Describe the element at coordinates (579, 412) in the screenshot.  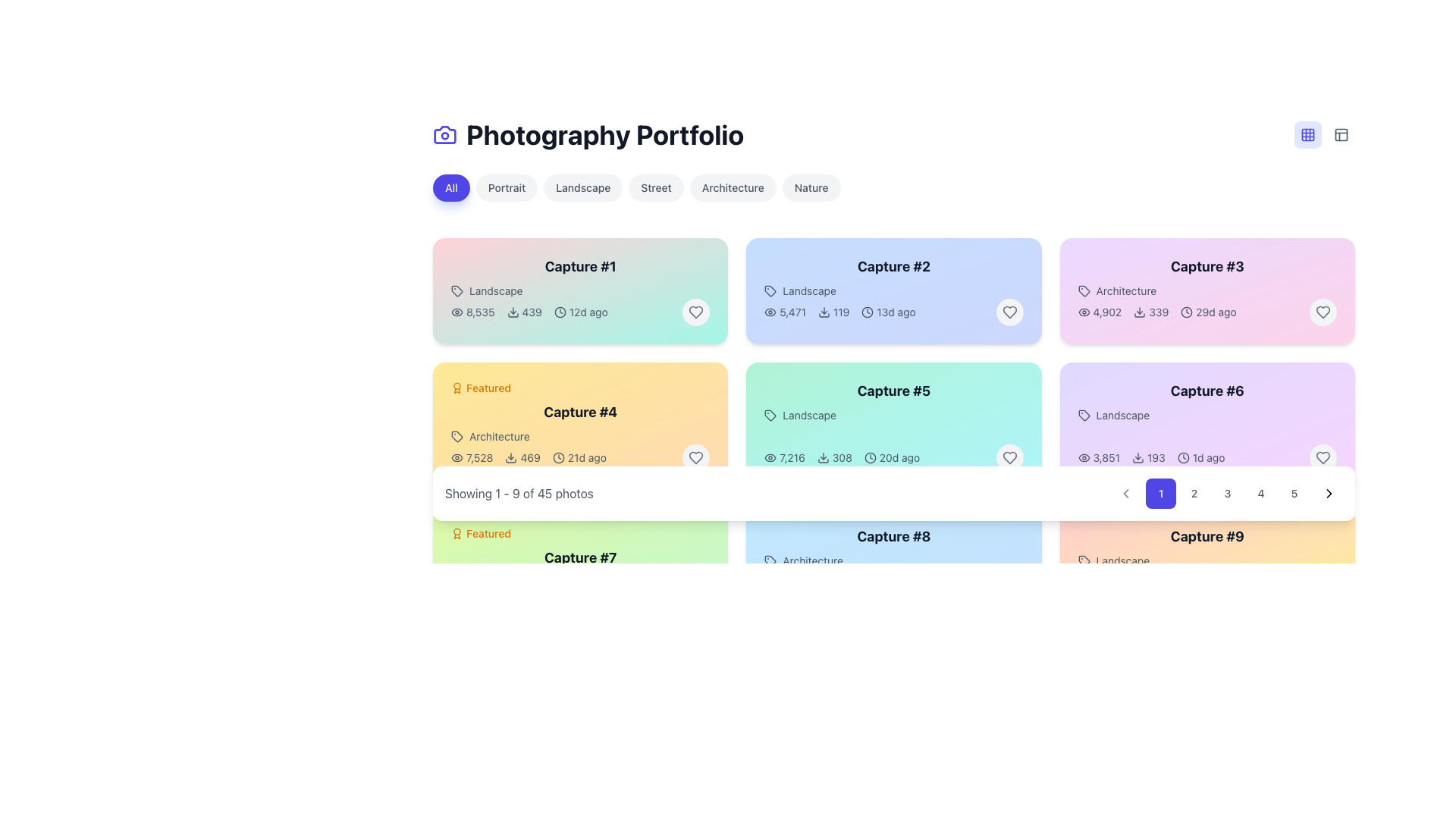
I see `the title text labeled 'Capture #4', which is styled in bold, large gray font with a yellow-orange background, located in the middle row, second column of the 3x3 grid layout` at that location.